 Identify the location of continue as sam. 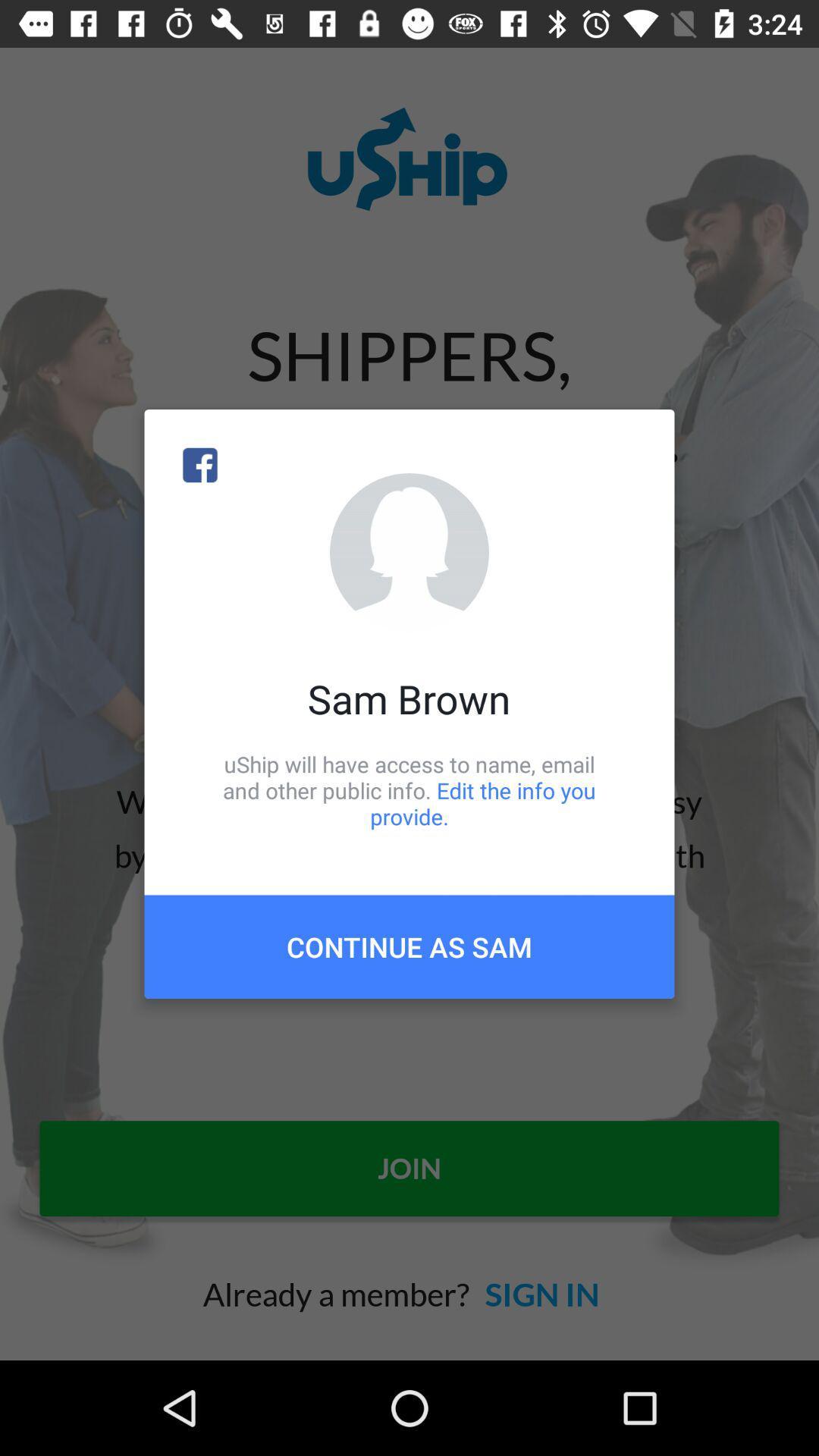
(409, 946).